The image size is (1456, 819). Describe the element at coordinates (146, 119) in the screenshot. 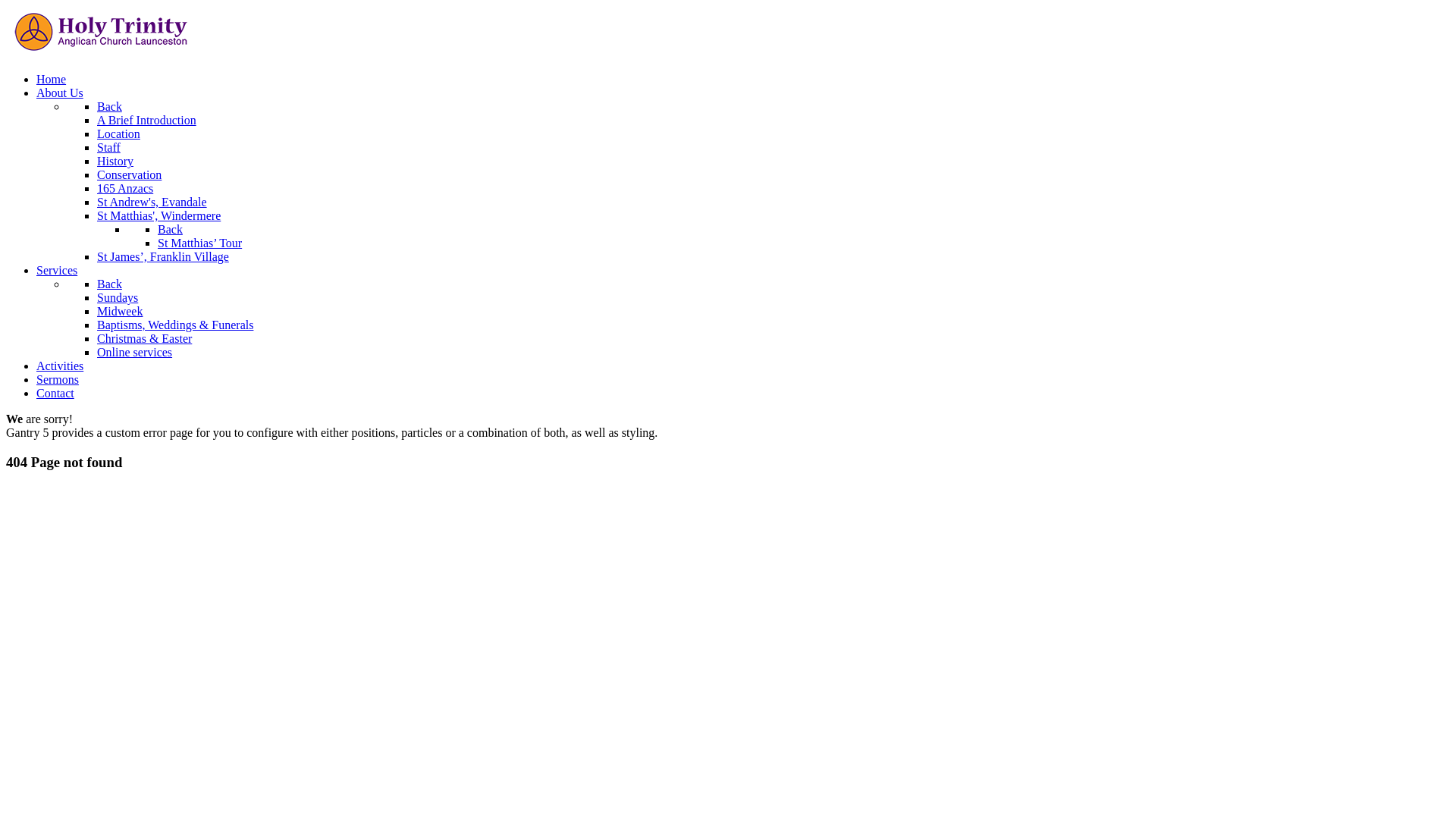

I see `'A Brief Introduction'` at that location.